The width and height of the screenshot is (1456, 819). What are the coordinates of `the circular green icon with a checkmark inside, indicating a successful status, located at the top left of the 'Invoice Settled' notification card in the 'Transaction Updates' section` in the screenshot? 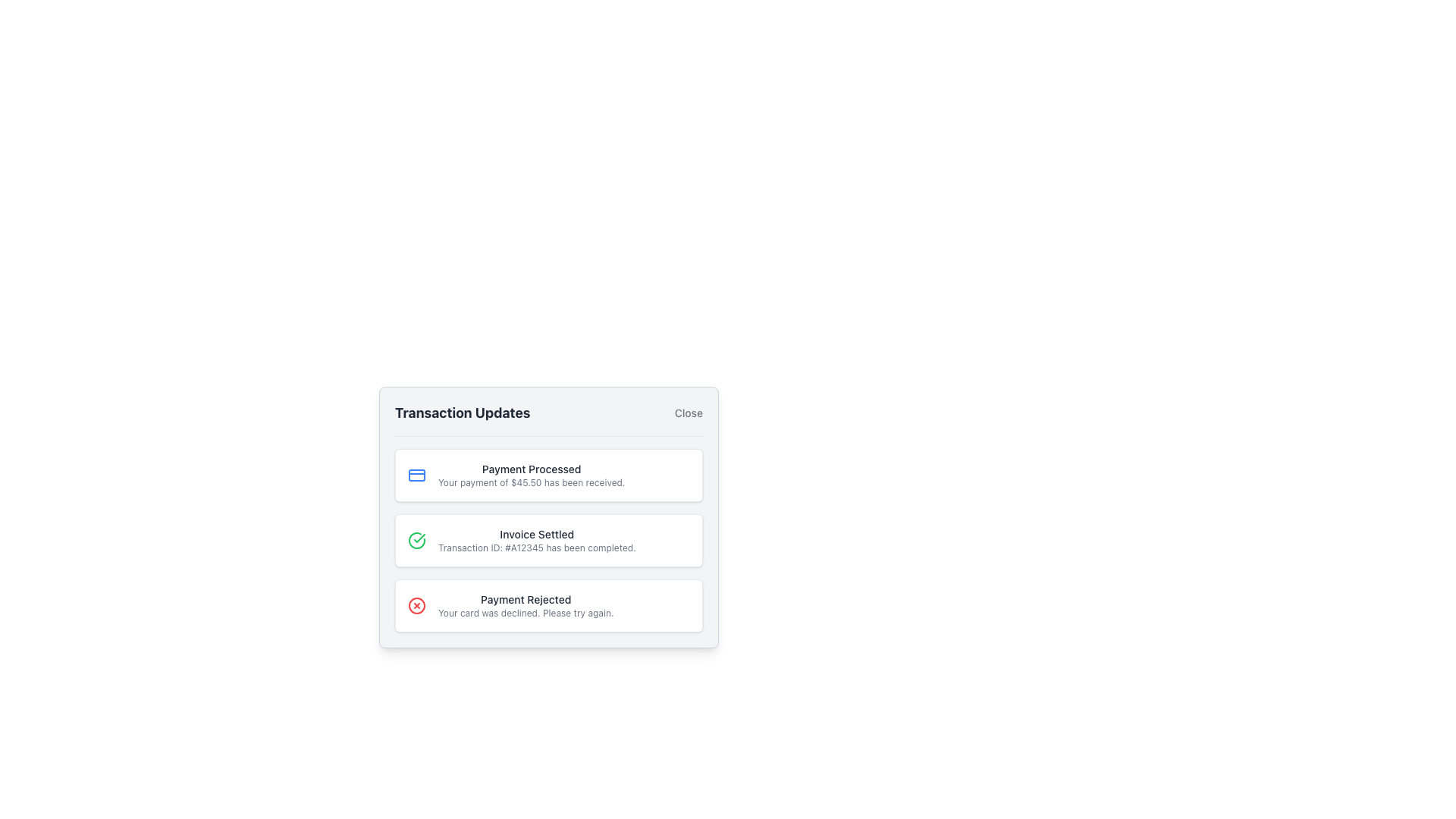 It's located at (417, 540).